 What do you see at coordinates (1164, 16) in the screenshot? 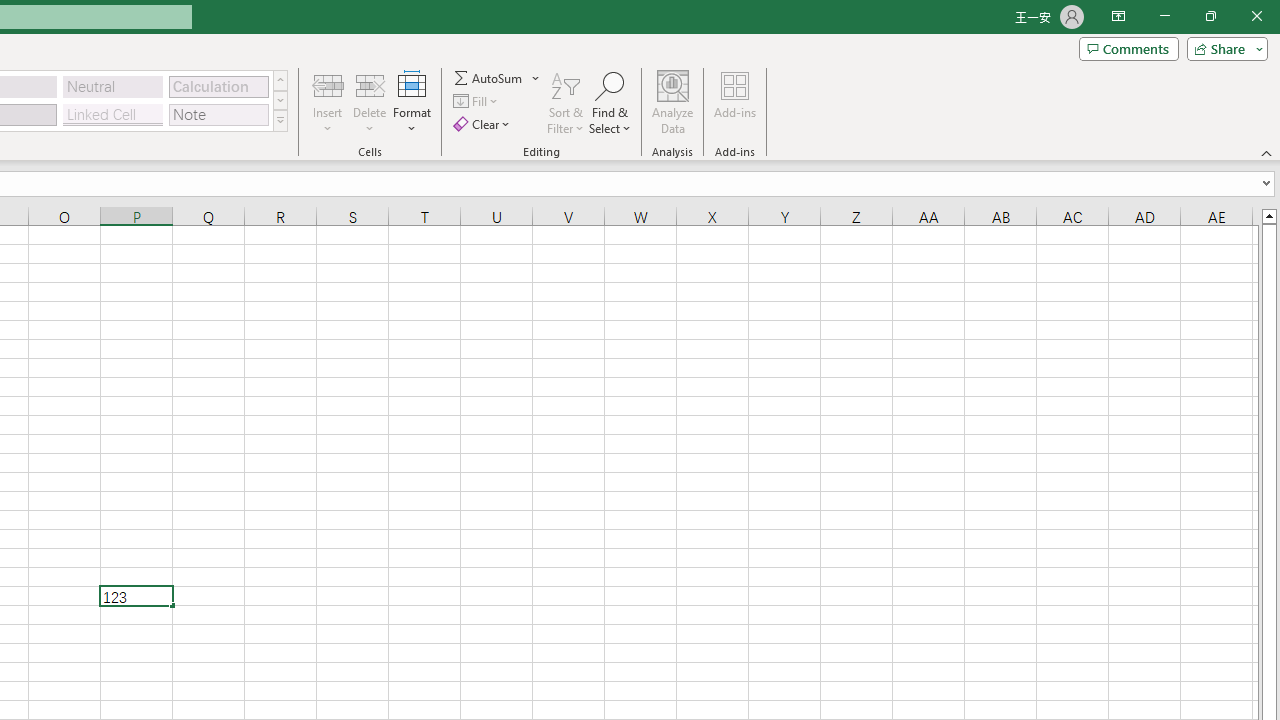
I see `'Minimize'` at bounding box center [1164, 16].